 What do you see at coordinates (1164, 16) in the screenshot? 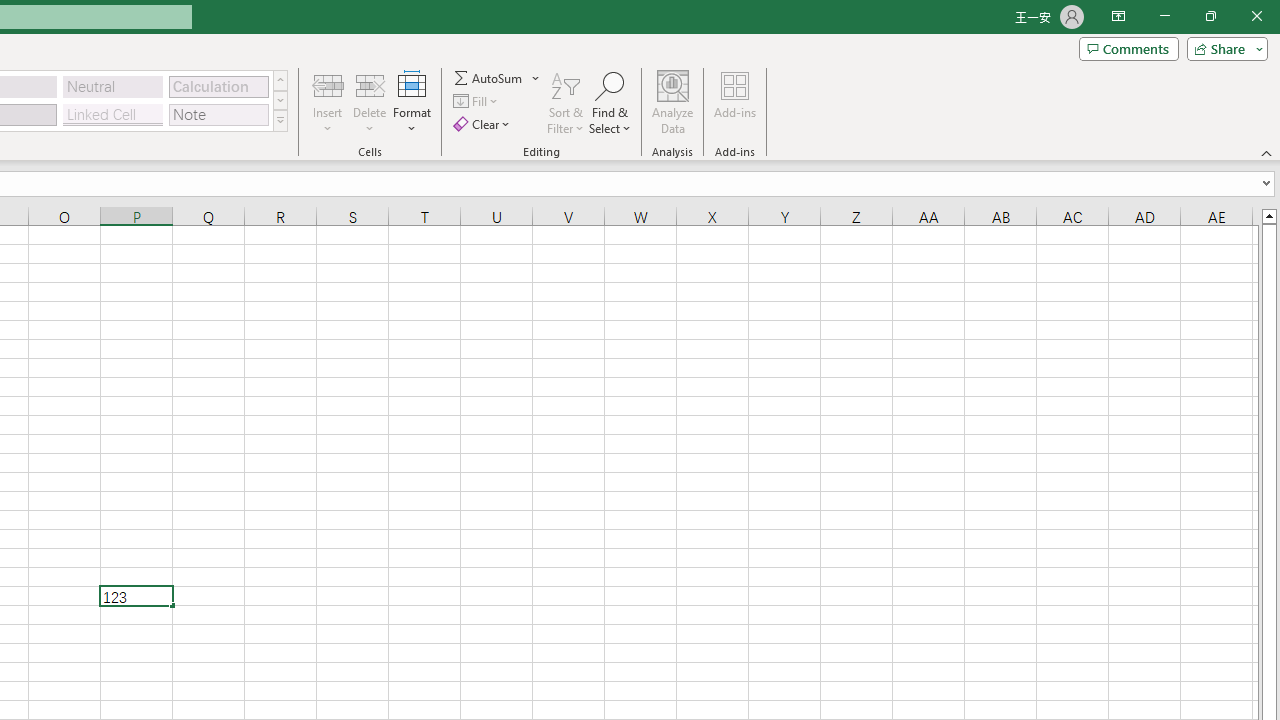
I see `'Minimize'` at bounding box center [1164, 16].